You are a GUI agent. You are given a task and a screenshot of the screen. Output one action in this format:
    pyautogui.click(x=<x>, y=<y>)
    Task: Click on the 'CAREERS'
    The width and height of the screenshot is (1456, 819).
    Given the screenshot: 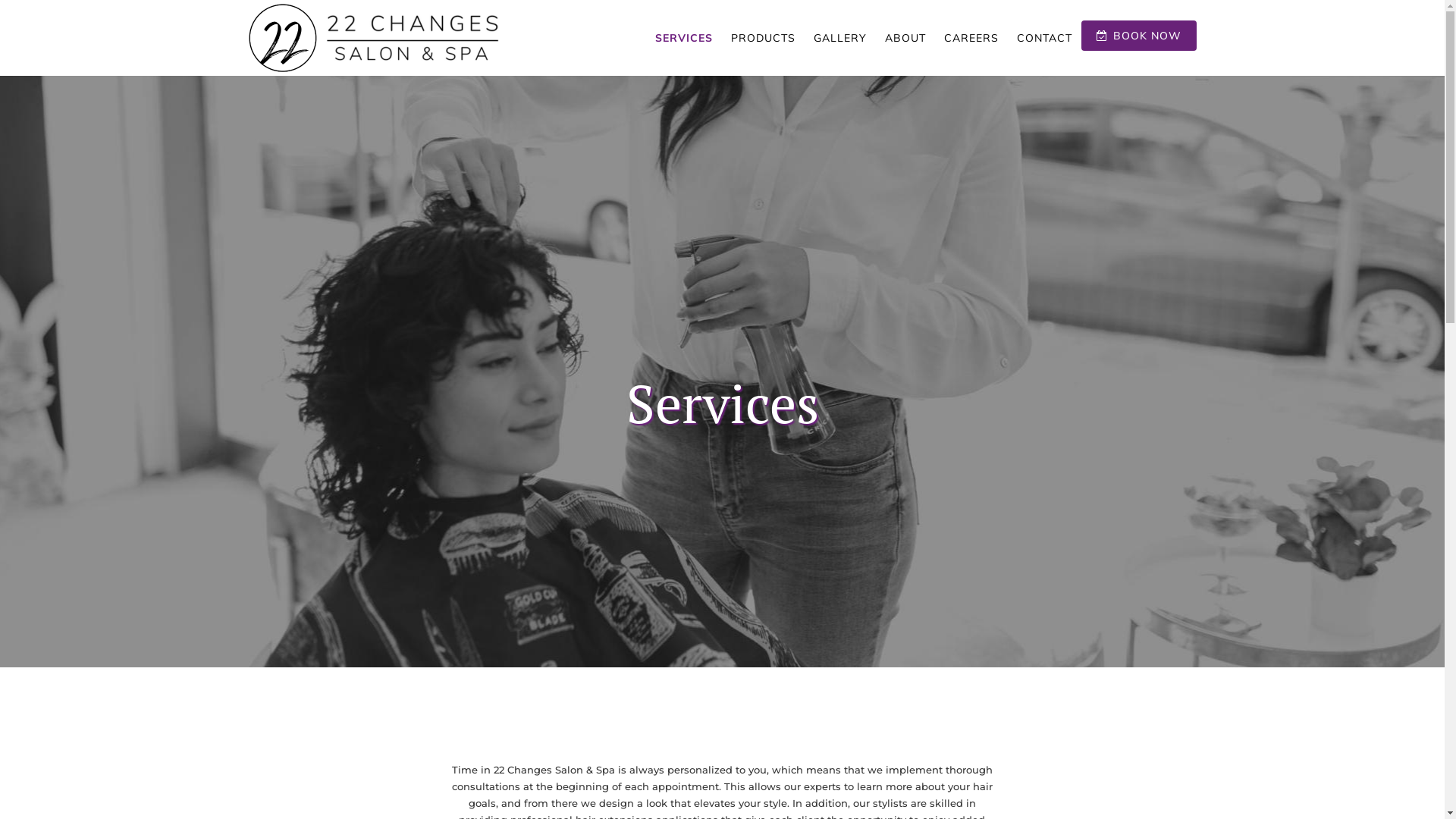 What is the action you would take?
    pyautogui.click(x=971, y=37)
    